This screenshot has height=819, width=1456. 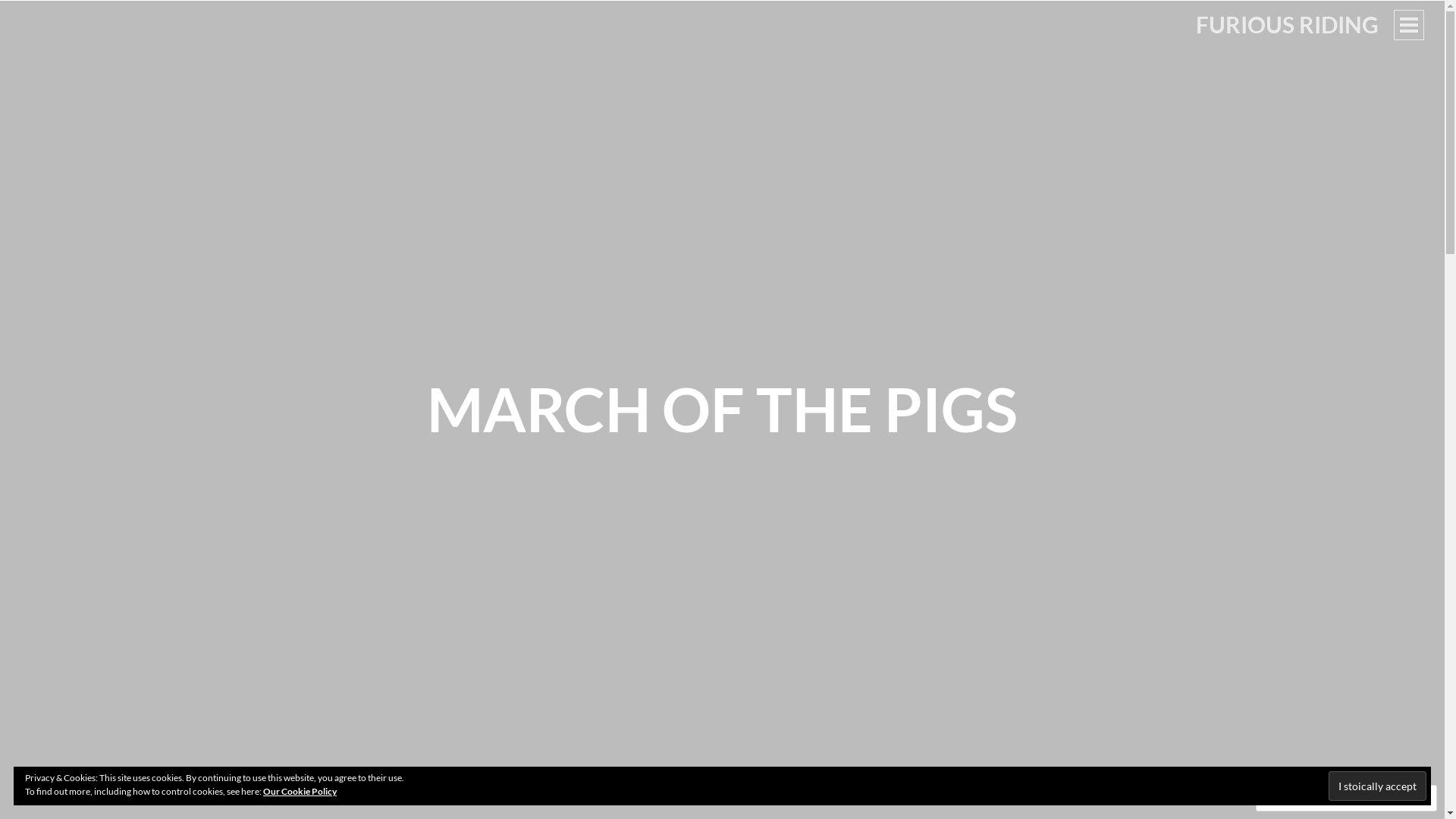 What do you see at coordinates (39, 18) in the screenshot?
I see `'Search'` at bounding box center [39, 18].